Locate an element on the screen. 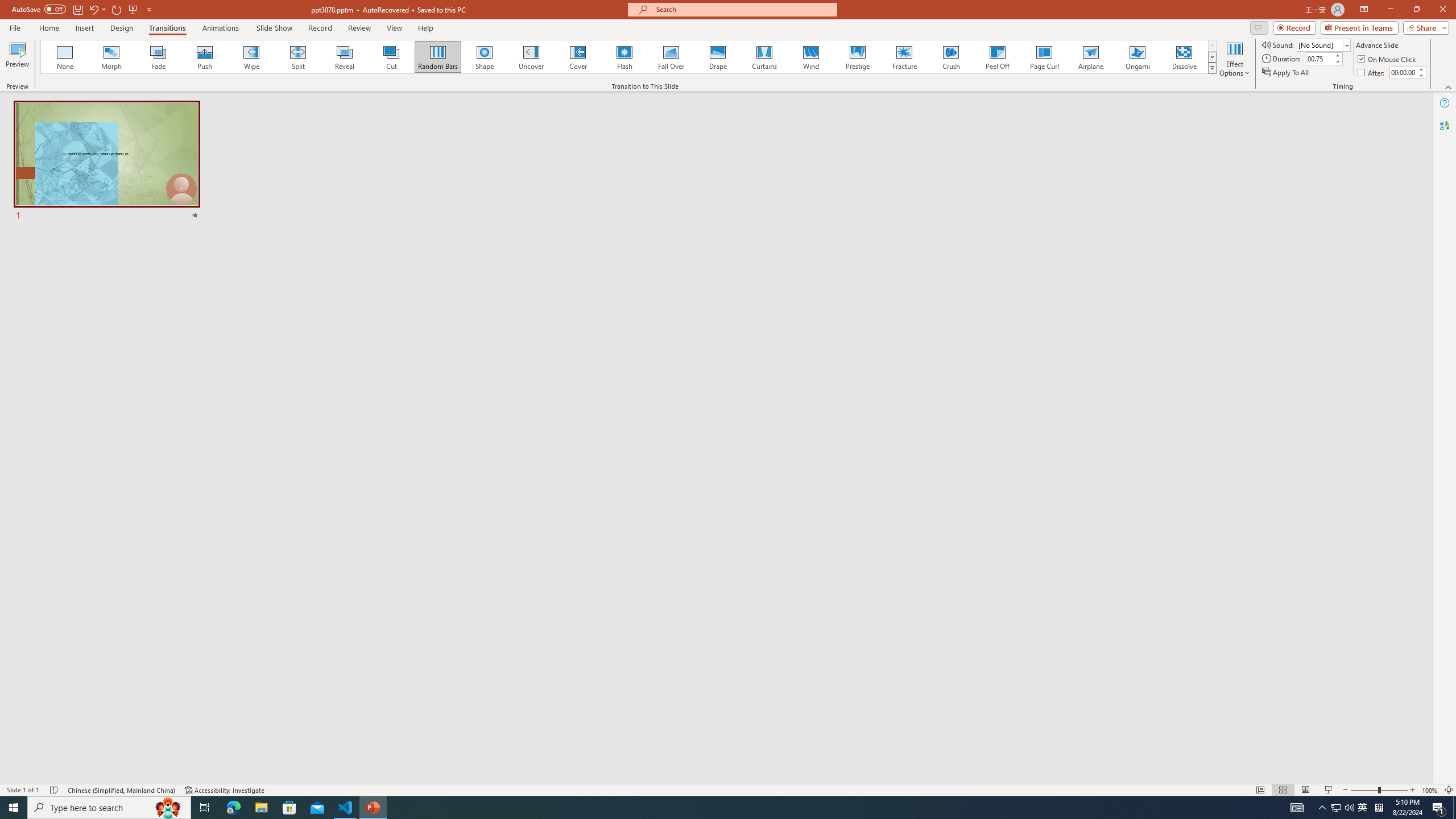 The height and width of the screenshot is (819, 1456). 'Dissolve' is located at coordinates (1183, 56).